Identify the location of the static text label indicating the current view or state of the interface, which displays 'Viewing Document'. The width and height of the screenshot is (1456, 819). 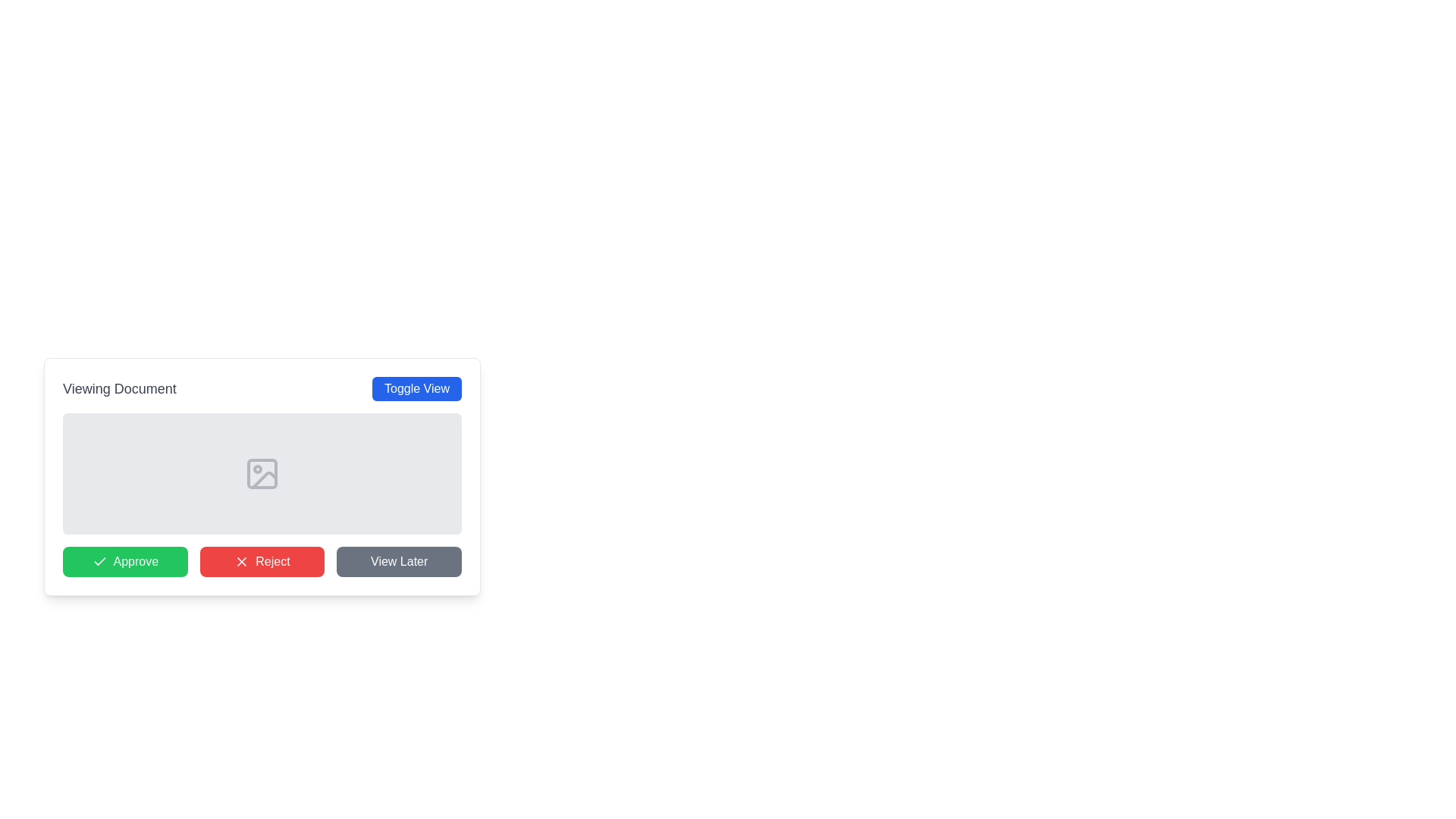
(118, 388).